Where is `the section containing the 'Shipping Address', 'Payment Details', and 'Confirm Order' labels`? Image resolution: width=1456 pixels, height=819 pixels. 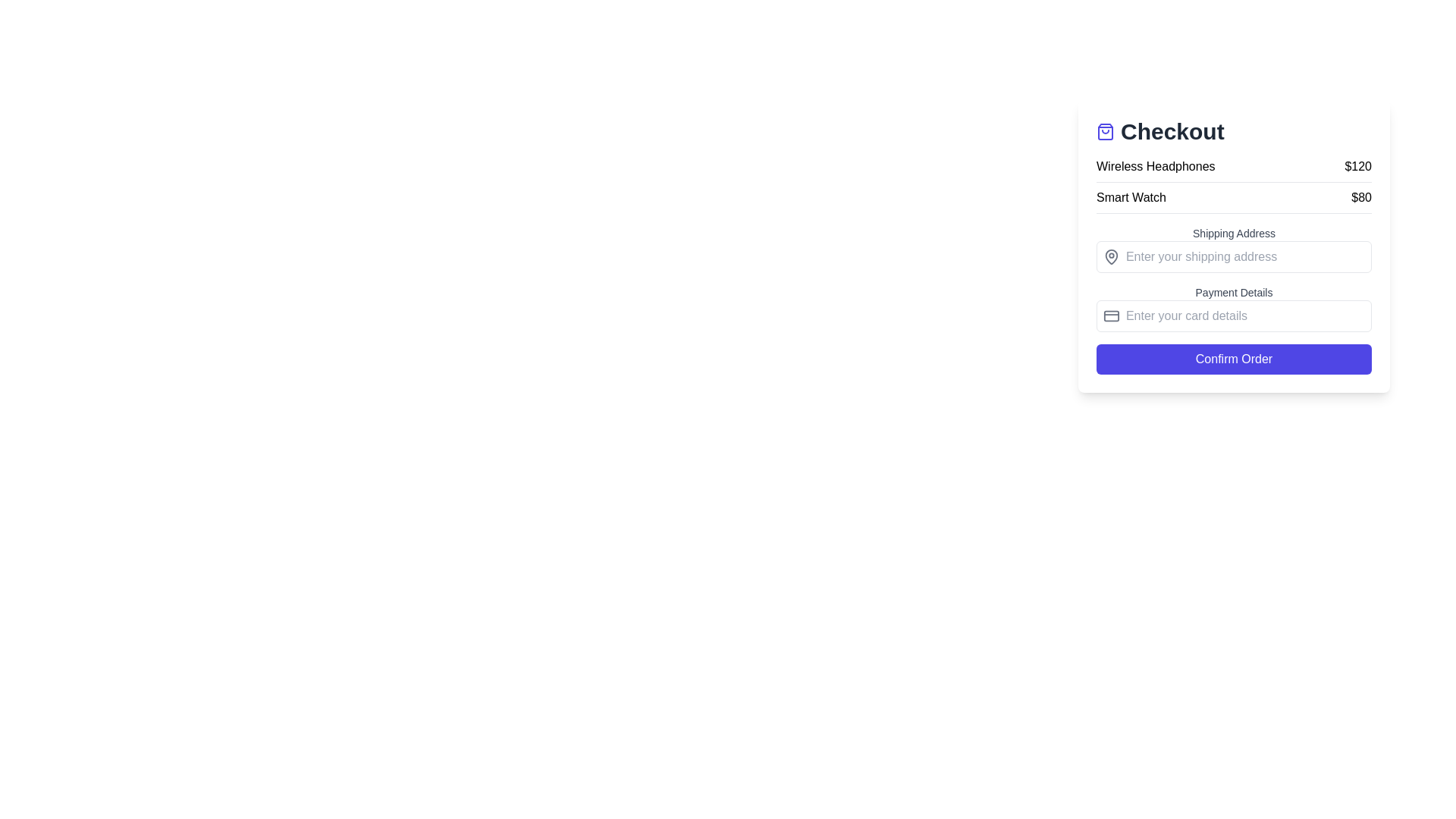 the section containing the 'Shipping Address', 'Payment Details', and 'Confirm Order' labels is located at coordinates (1234, 300).